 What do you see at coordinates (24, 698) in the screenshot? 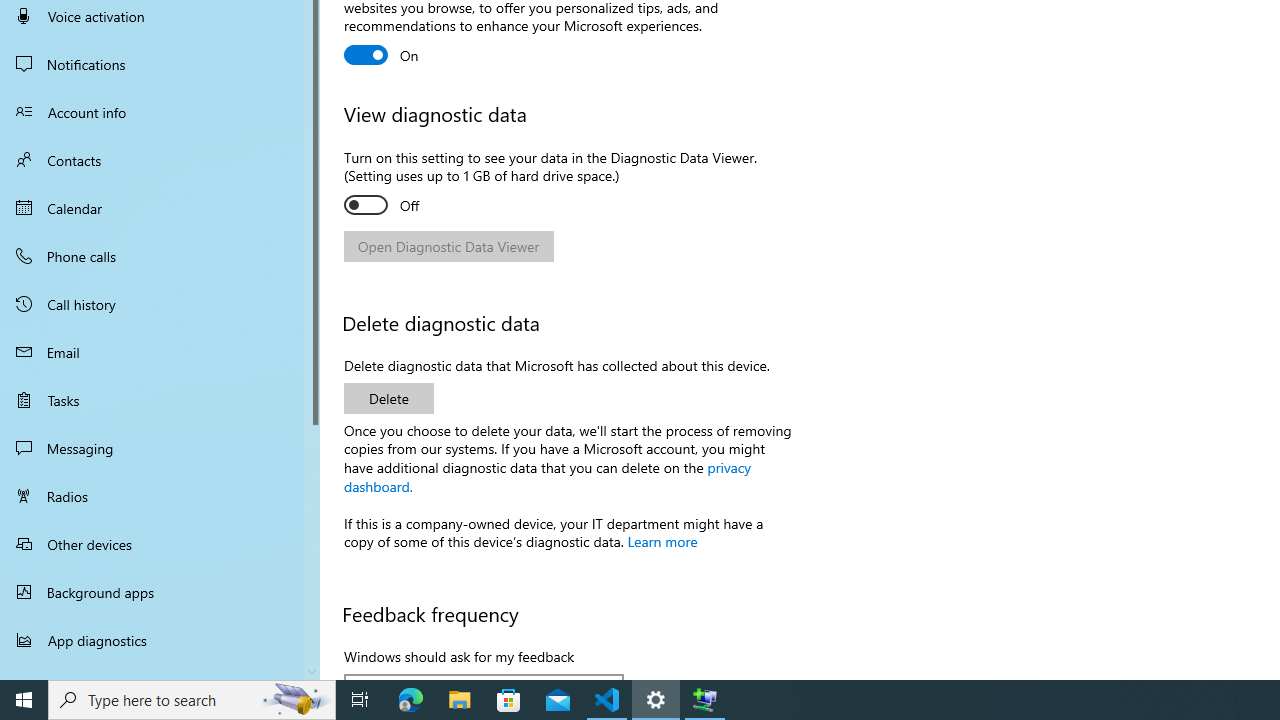
I see `'Start'` at bounding box center [24, 698].